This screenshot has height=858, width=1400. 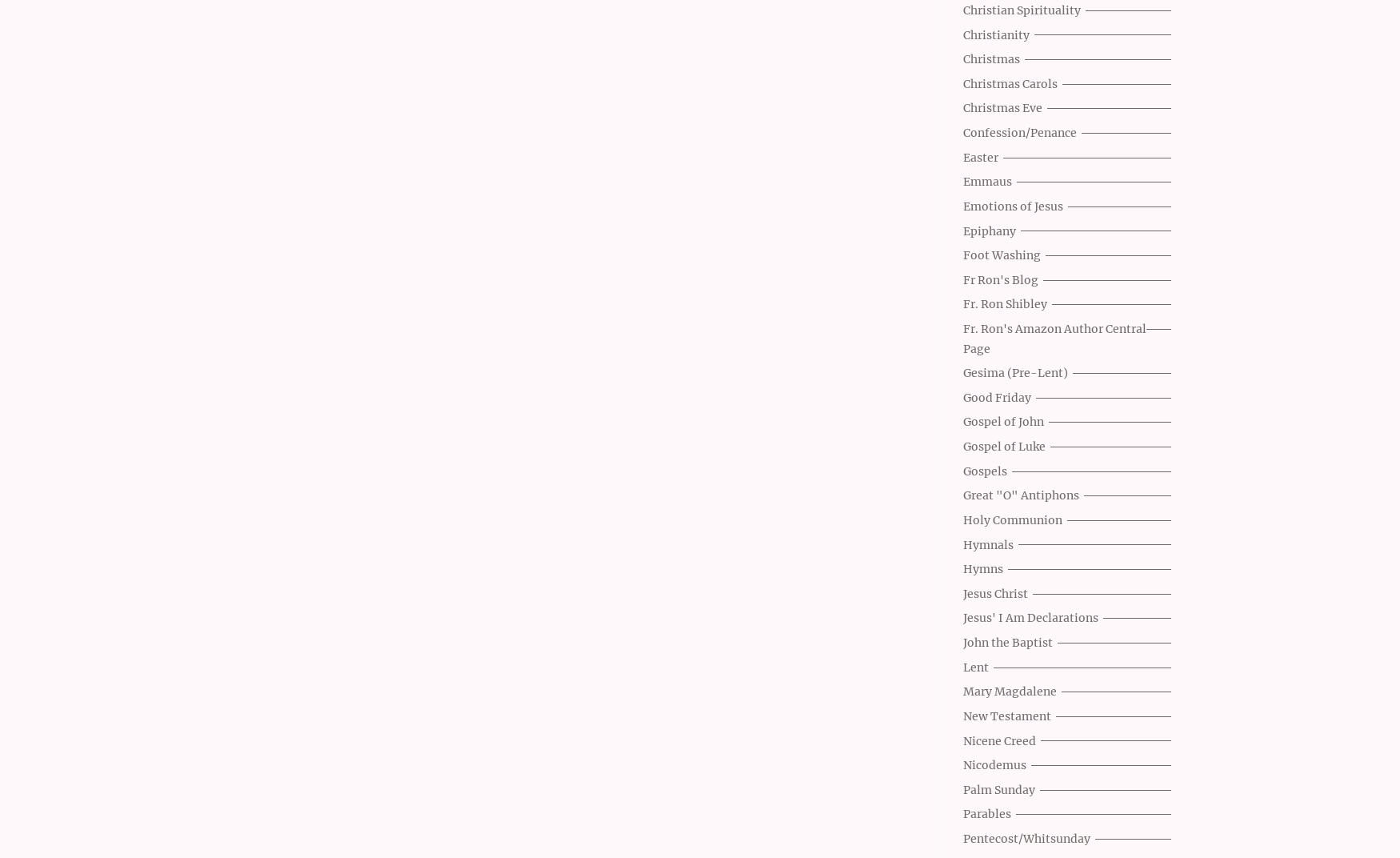 I want to click on 'Emotions of Jesus', so click(x=1012, y=205).